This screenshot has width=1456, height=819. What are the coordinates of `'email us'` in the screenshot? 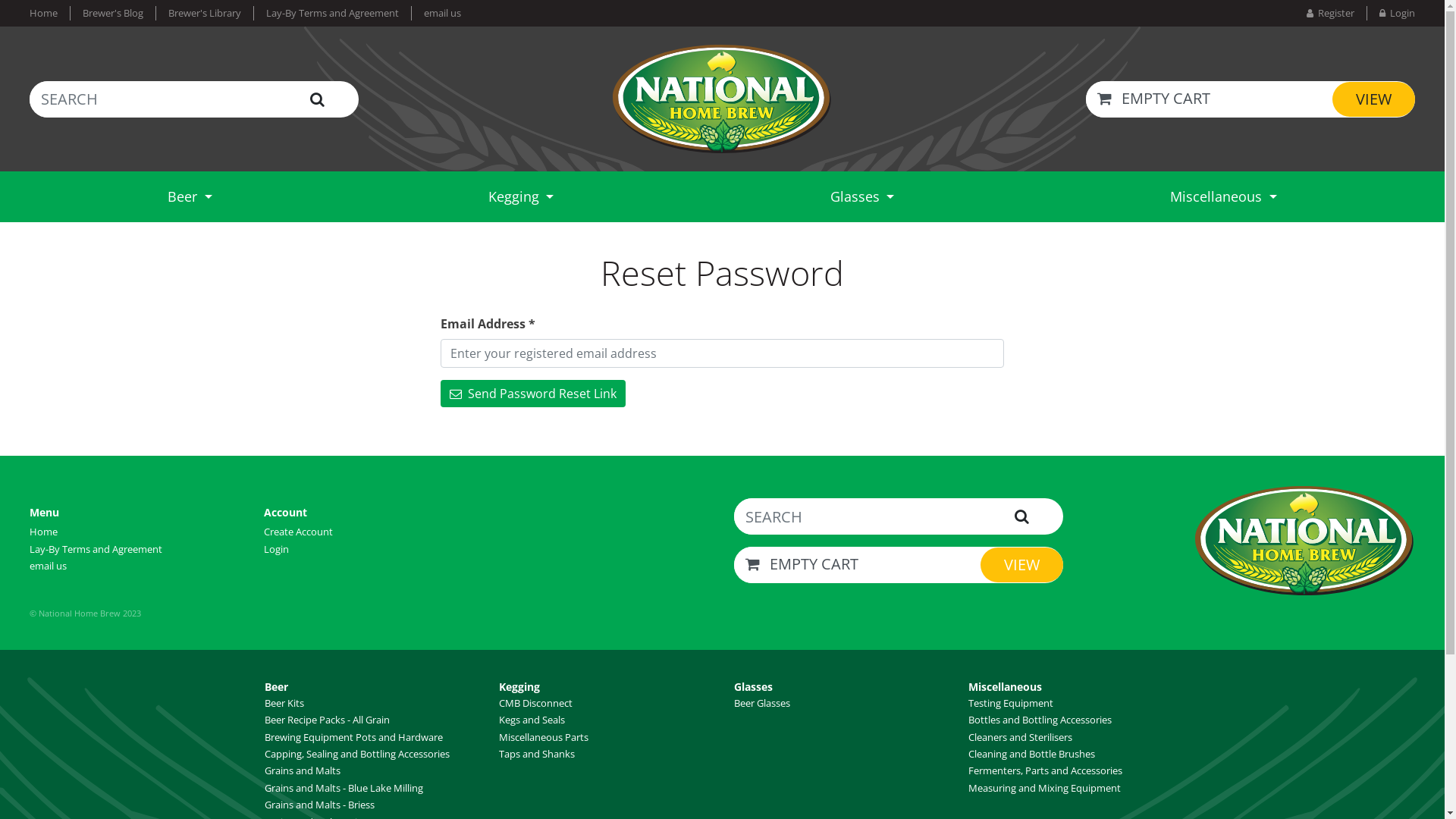 It's located at (29, 565).